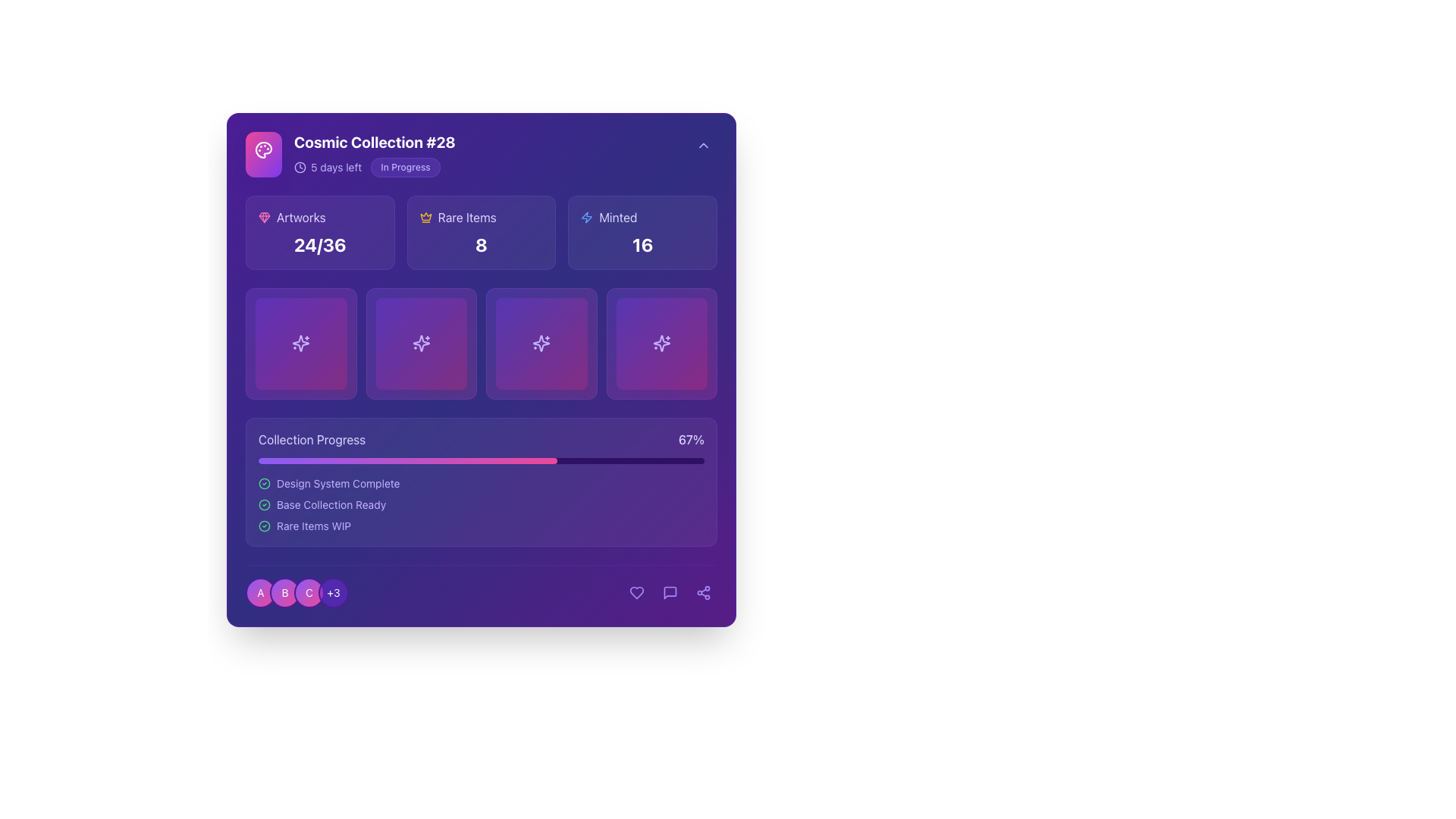  What do you see at coordinates (297, 591) in the screenshot?
I see `the avatar group consisting of overlapping circular avatars labeled 'A', 'B', 'C', and '+3'` at bounding box center [297, 591].